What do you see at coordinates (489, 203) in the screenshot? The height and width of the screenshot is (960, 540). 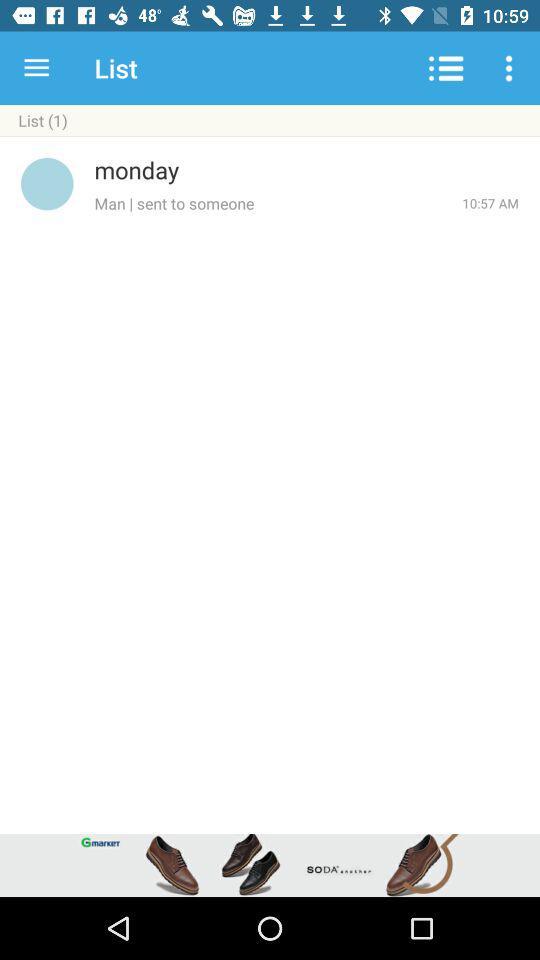 I see `icon next to the man sent to` at bounding box center [489, 203].